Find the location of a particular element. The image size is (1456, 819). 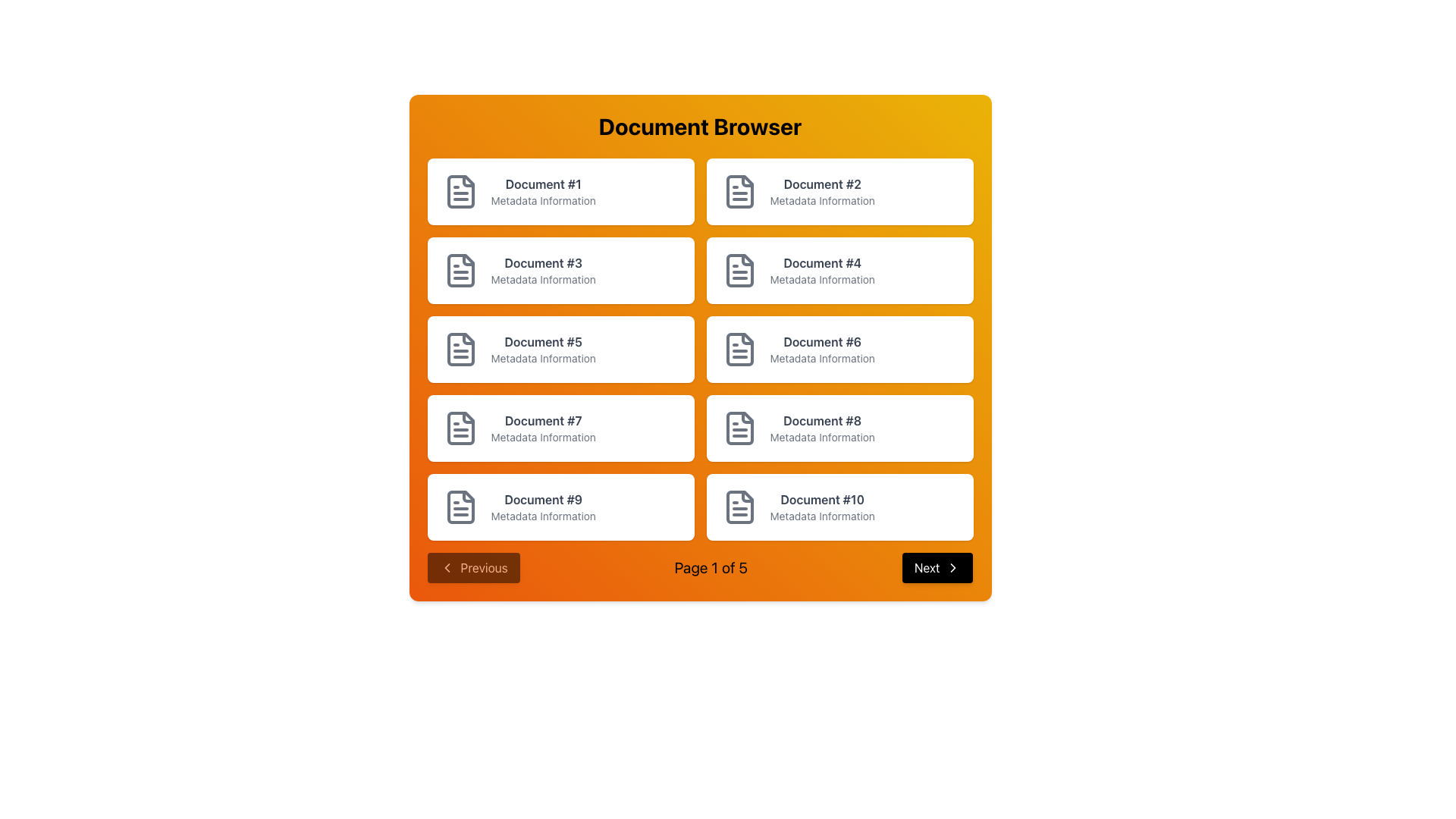

the navigation button located at the bottom-left corner of the interface is located at coordinates (472, 567).